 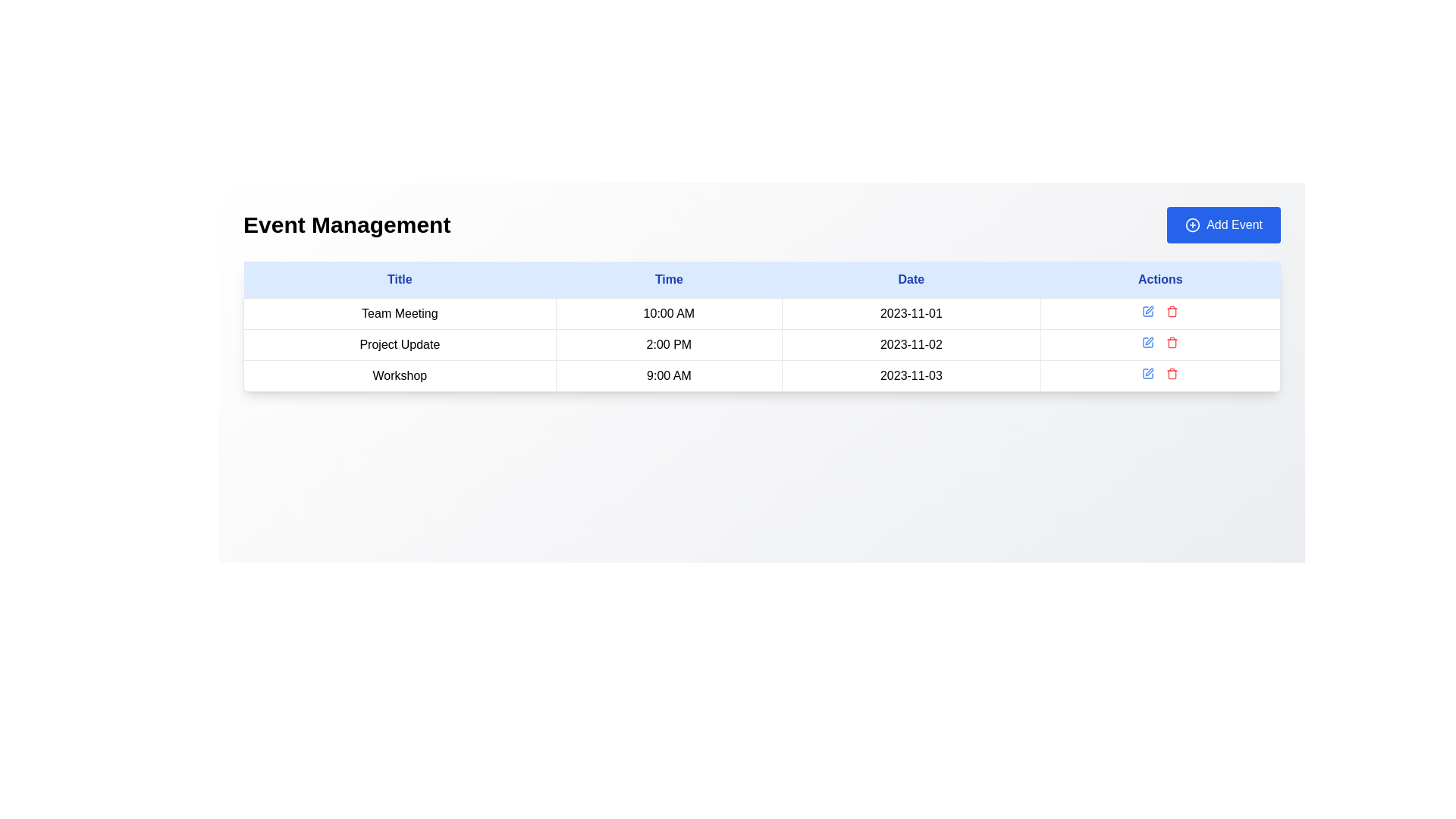 I want to click on the edit icon button located in the 'Actions' column of the last row of the table, so click(x=1148, y=374).